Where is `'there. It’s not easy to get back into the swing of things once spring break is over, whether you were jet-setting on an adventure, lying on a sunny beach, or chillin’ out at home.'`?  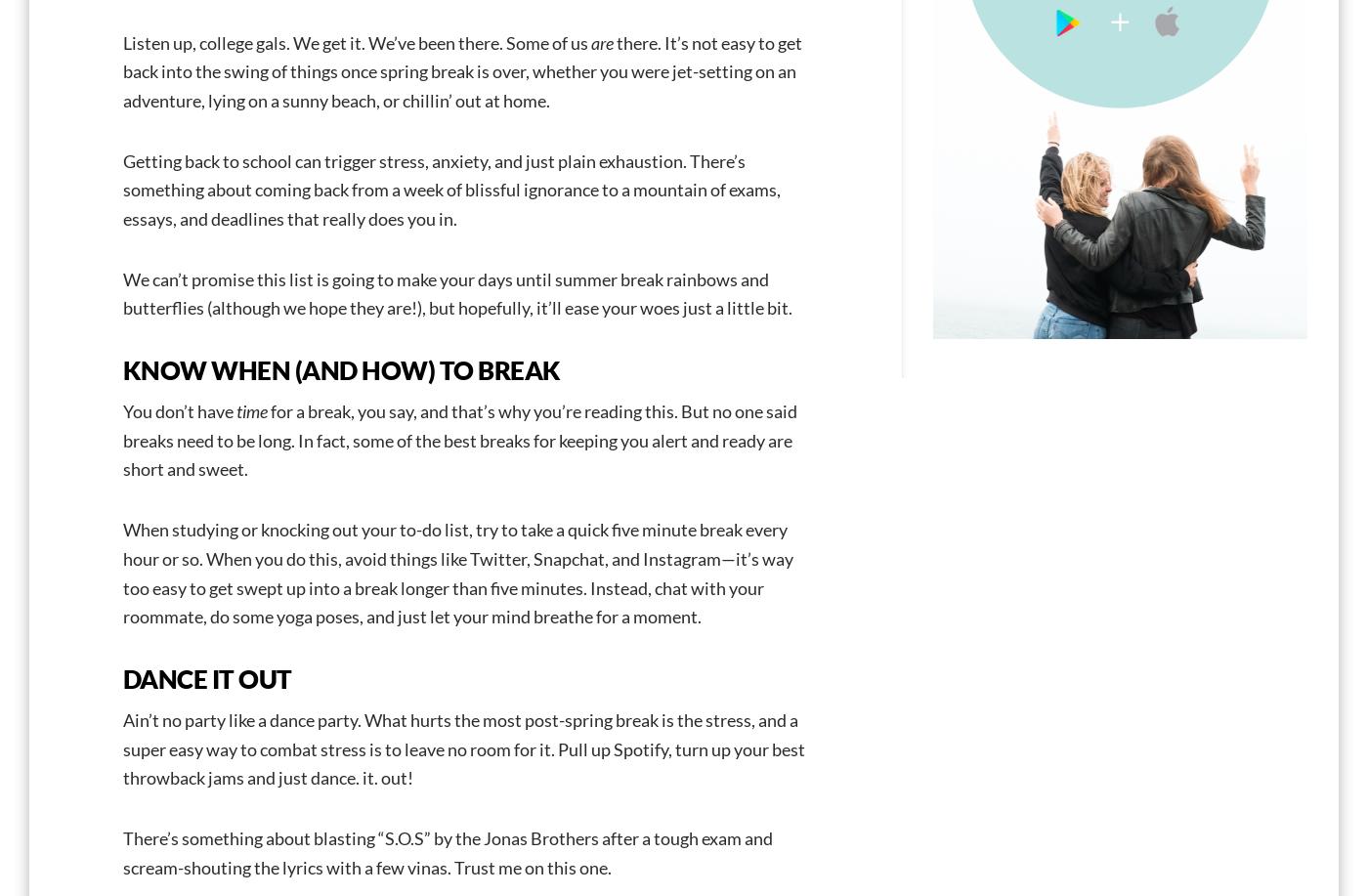
'there. It’s not easy to get back into the swing of things once spring break is over, whether you were jet-setting on an adventure, lying on a sunny beach, or chillin’ out at home.' is located at coordinates (462, 69).